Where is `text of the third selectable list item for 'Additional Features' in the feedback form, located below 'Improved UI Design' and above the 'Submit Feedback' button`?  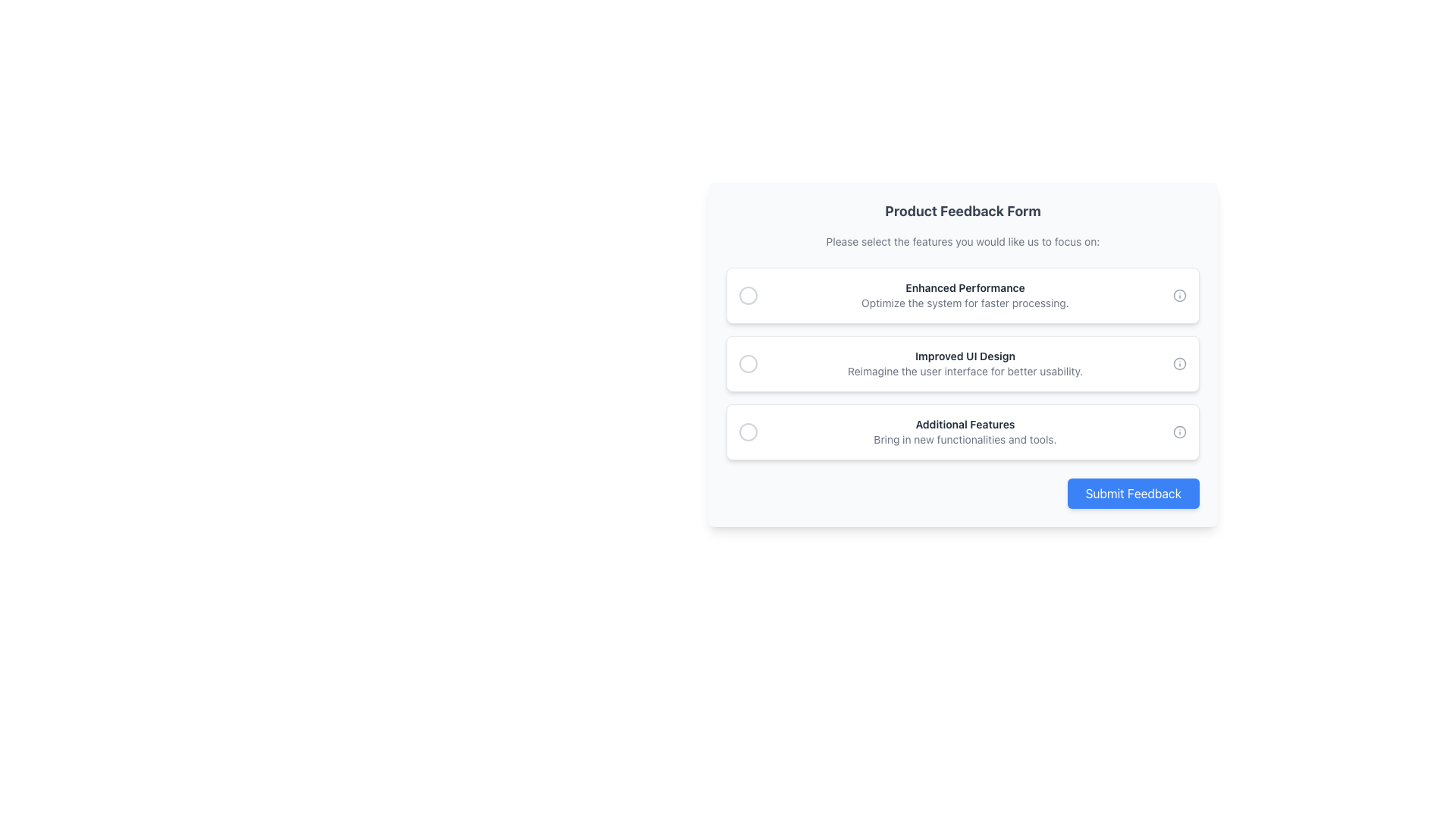
text of the third selectable list item for 'Additional Features' in the feedback form, located below 'Improved UI Design' and above the 'Submit Feedback' button is located at coordinates (962, 432).